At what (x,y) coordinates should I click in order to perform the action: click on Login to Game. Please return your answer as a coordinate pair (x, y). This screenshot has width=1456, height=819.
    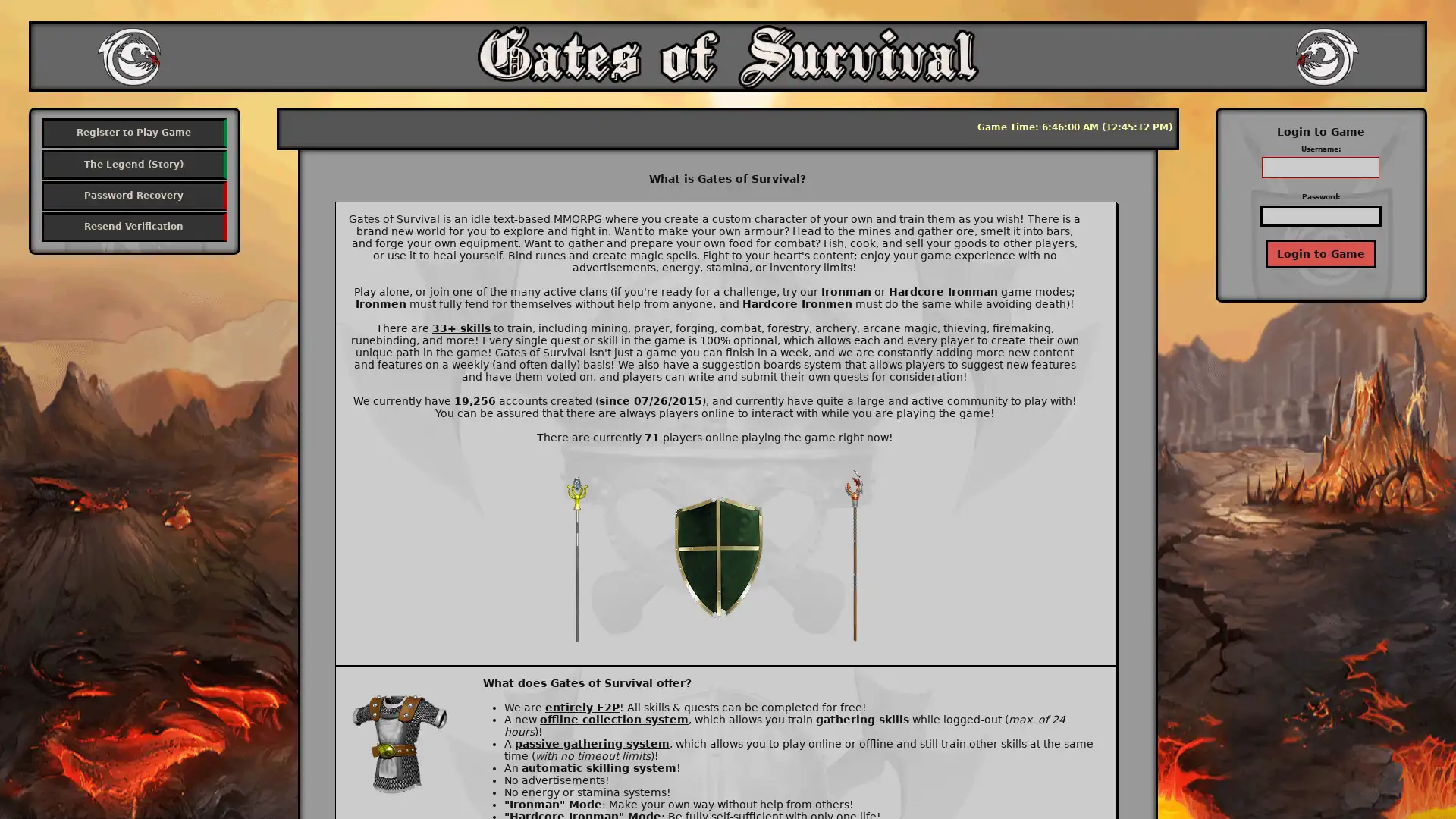
    Looking at the image, I should click on (1320, 253).